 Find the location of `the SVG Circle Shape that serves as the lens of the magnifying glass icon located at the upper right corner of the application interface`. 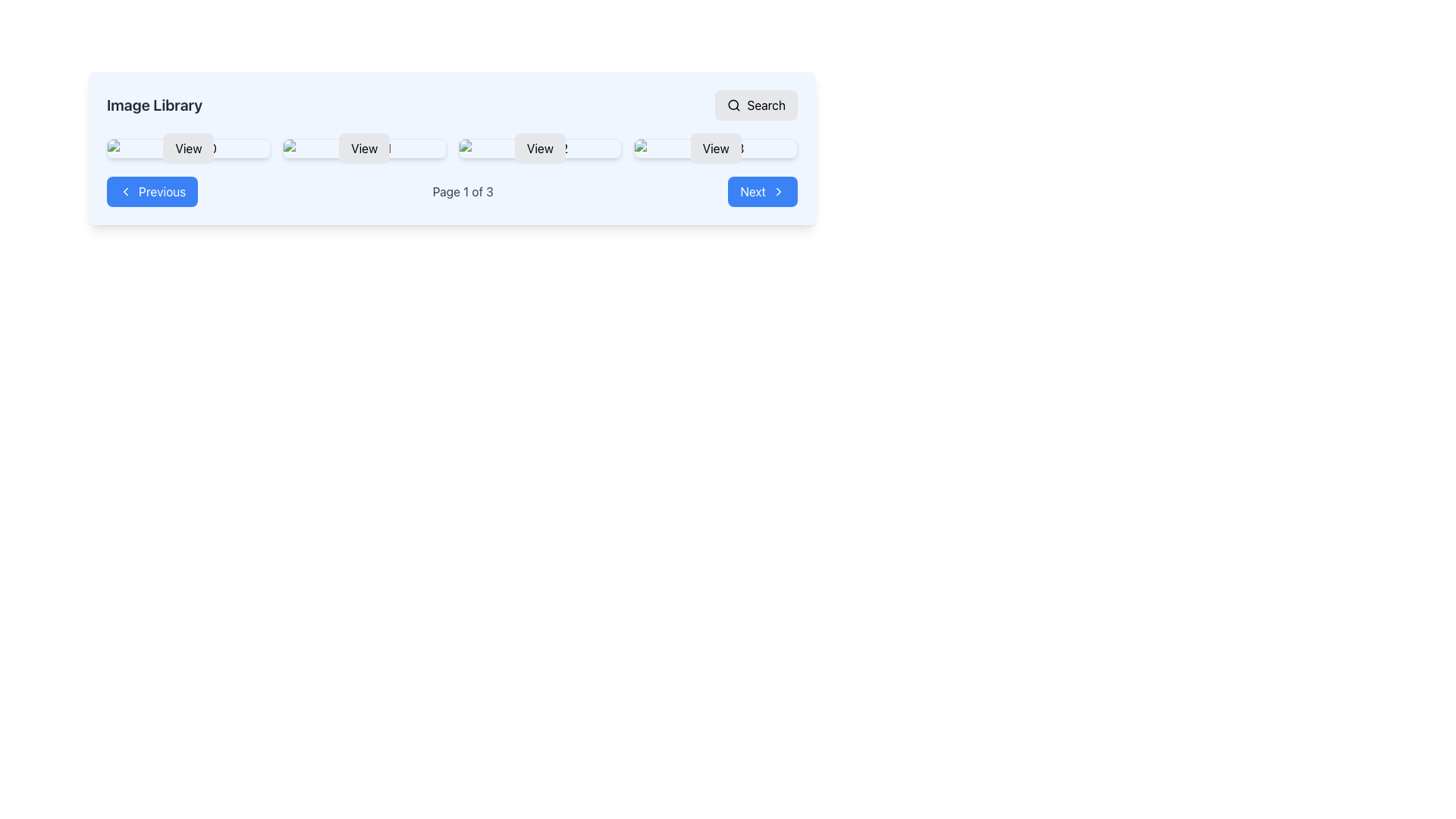

the SVG Circle Shape that serves as the lens of the magnifying glass icon located at the upper right corner of the application interface is located at coordinates (733, 104).